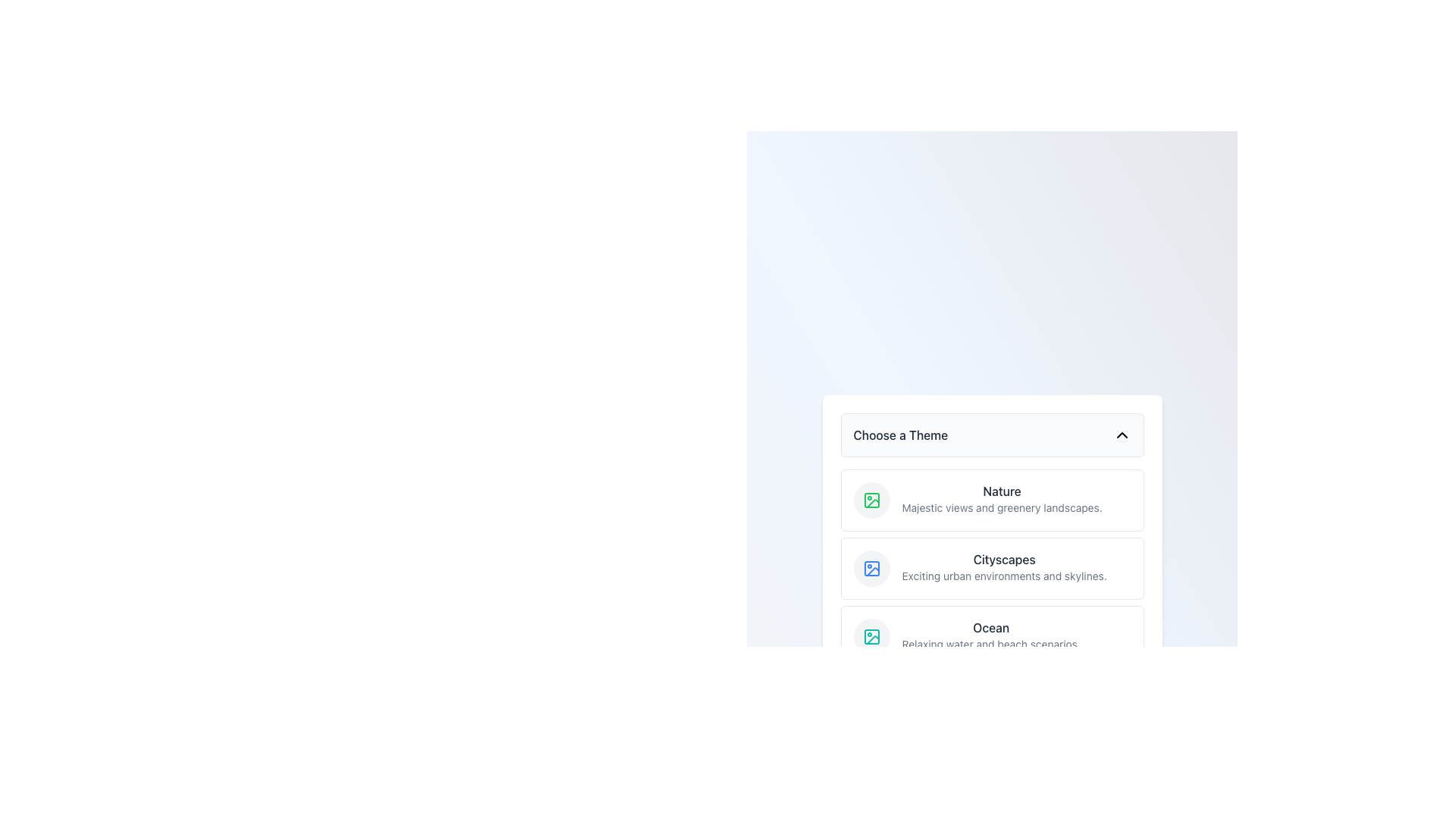 This screenshot has width=1456, height=819. I want to click on the first list item titled 'Nature' with a green image icon, so click(977, 500).